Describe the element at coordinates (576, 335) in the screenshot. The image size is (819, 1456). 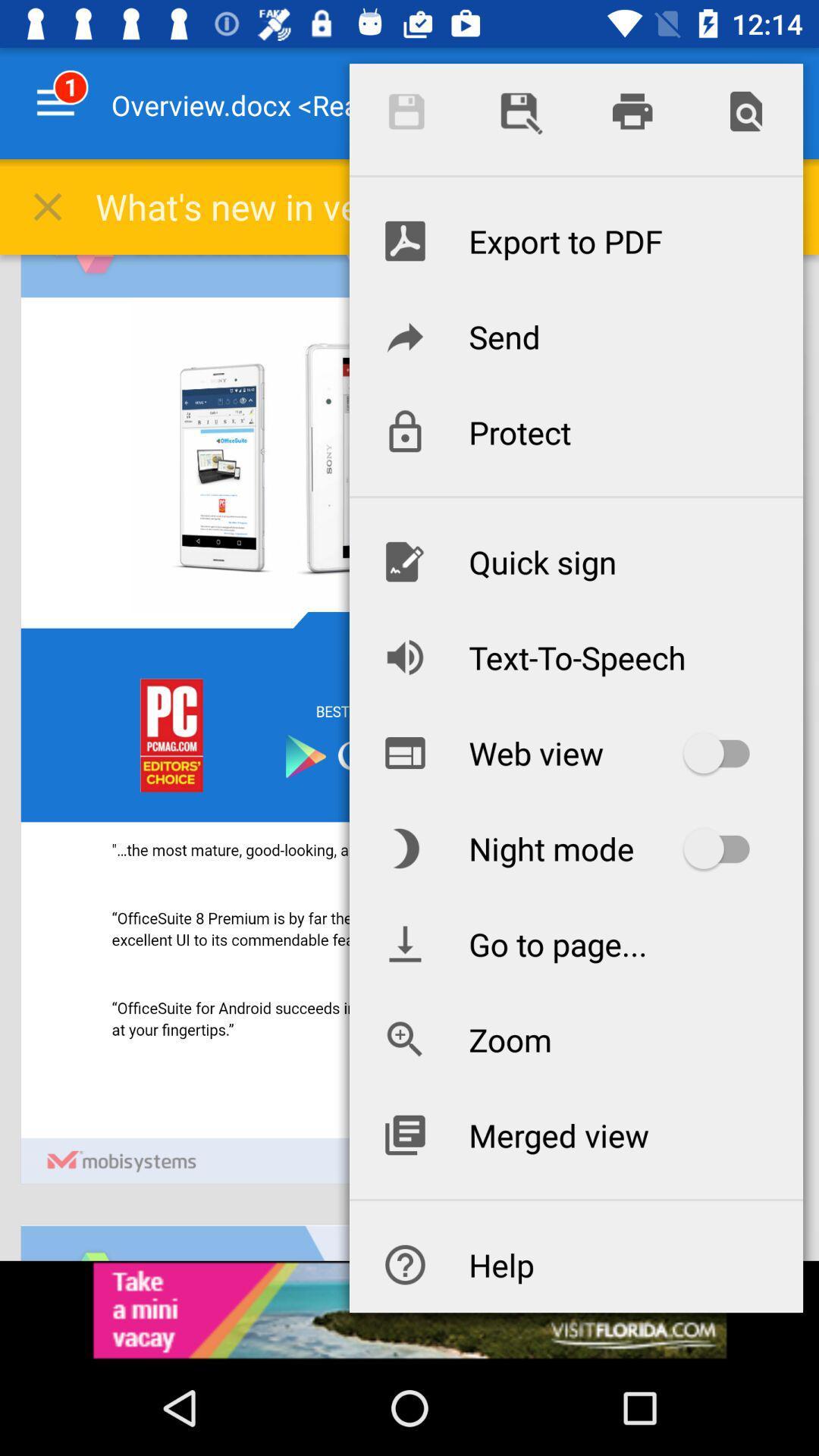
I see `send item` at that location.